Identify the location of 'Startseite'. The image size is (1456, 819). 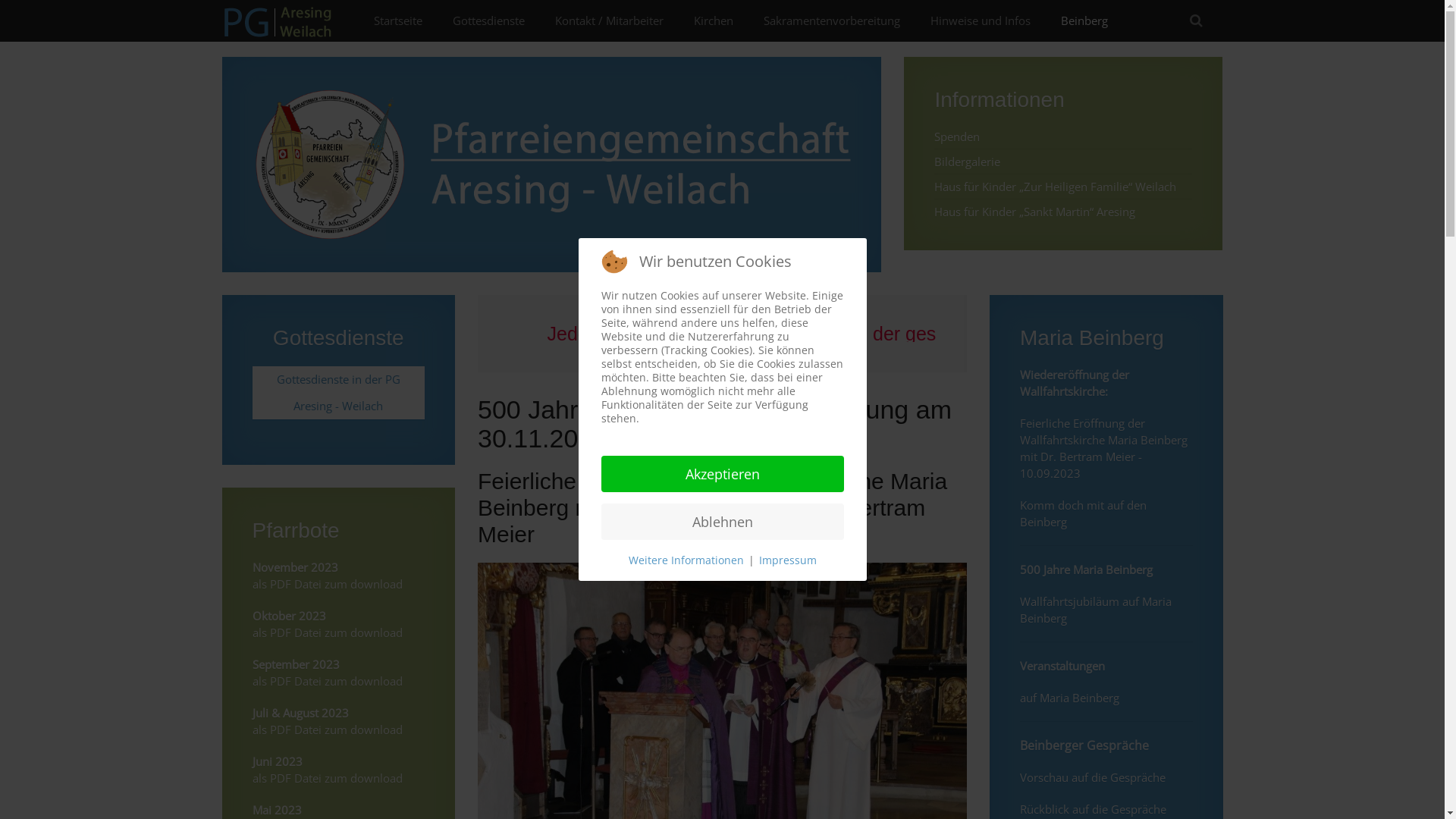
(397, 20).